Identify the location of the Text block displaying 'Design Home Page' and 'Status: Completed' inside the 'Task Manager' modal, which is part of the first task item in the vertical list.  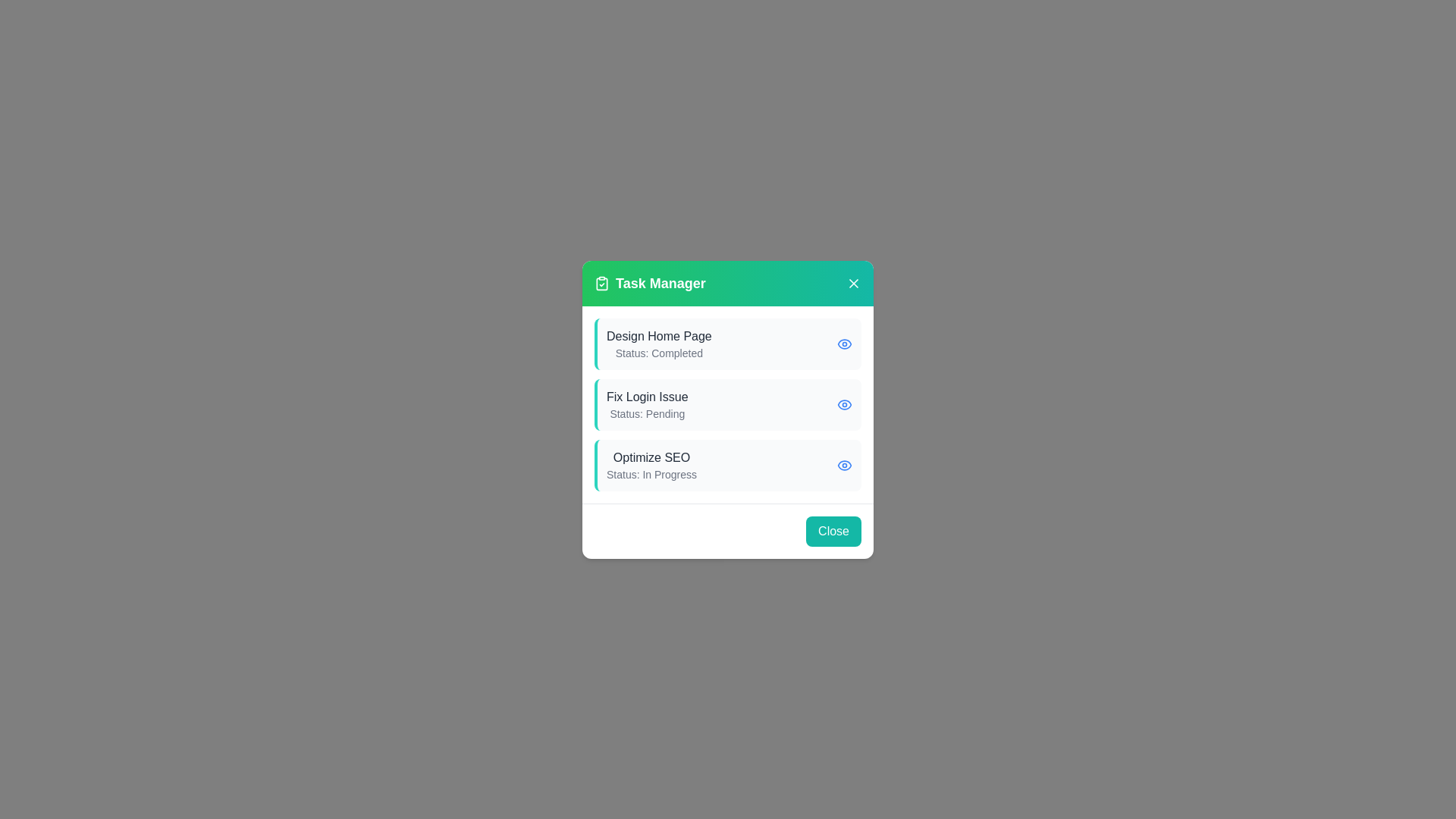
(659, 344).